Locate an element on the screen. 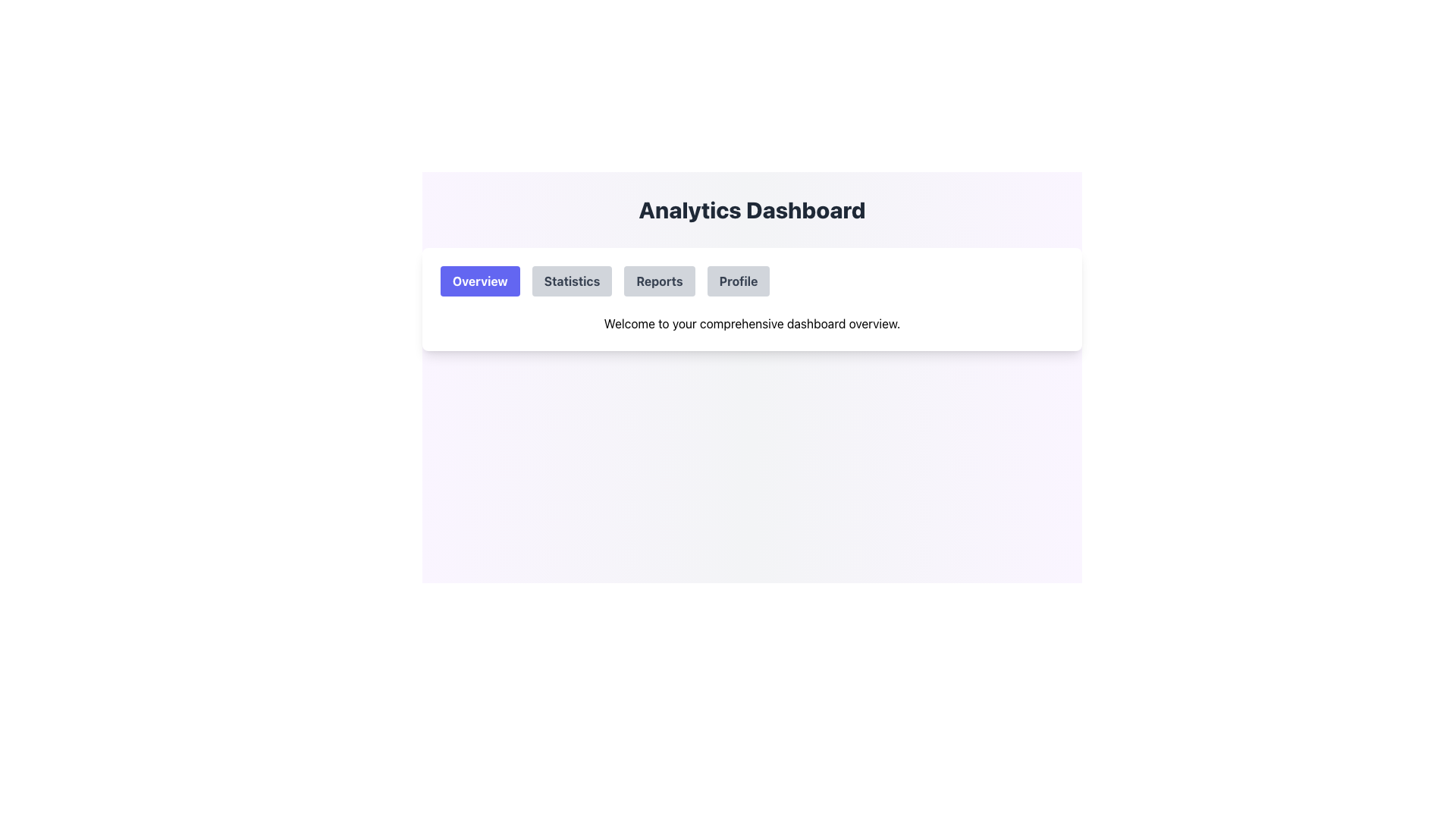 Image resolution: width=1456 pixels, height=819 pixels. the 'Statistics', 'Reports', or 'Profile' tabs in the navigation bar of the composite UI component located under the 'Analytics Dashboard' header is located at coordinates (752, 299).